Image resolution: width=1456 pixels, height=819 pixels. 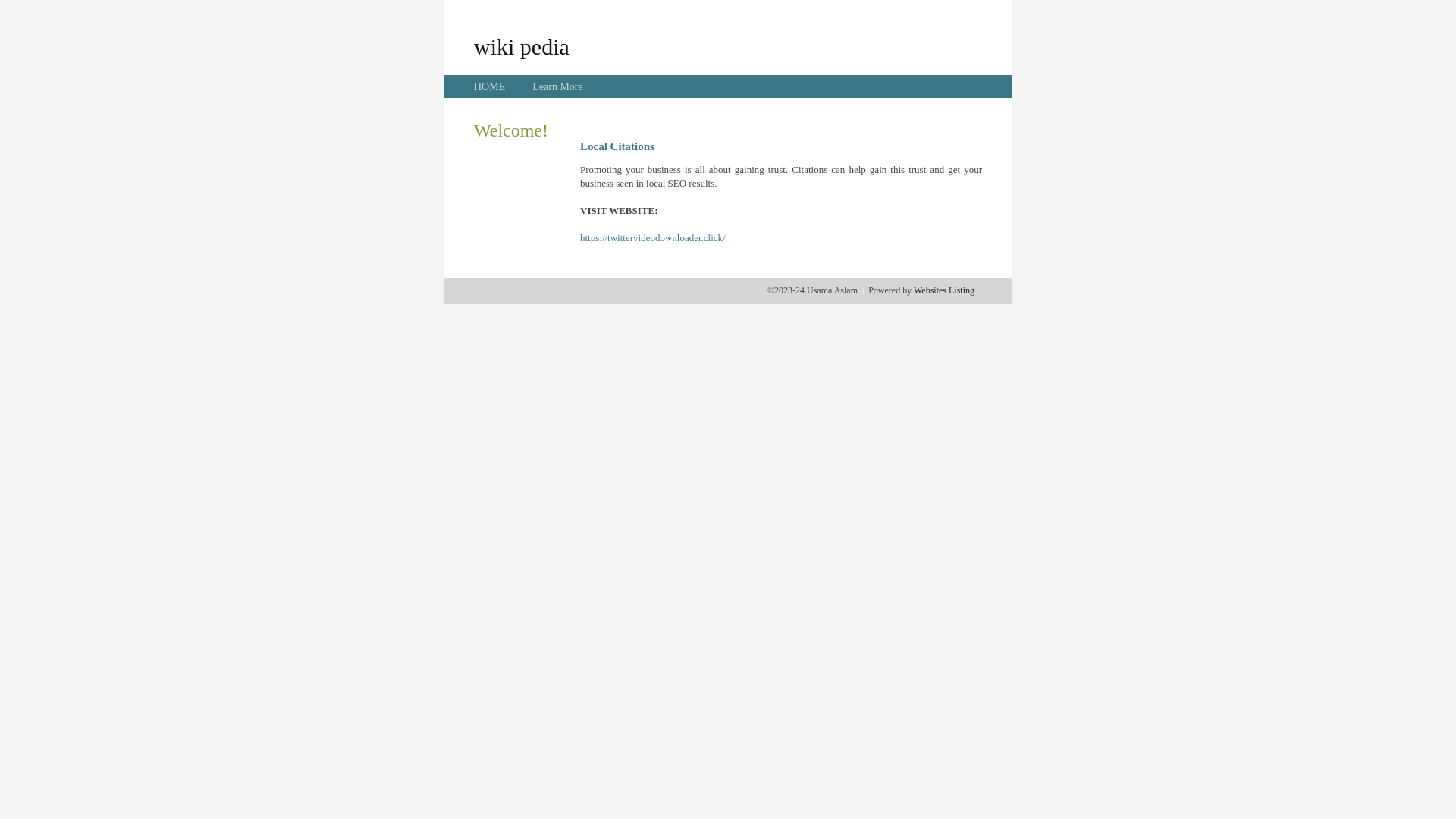 What do you see at coordinates (652, 237) in the screenshot?
I see `'https://twittervideodownloader.click/'` at bounding box center [652, 237].